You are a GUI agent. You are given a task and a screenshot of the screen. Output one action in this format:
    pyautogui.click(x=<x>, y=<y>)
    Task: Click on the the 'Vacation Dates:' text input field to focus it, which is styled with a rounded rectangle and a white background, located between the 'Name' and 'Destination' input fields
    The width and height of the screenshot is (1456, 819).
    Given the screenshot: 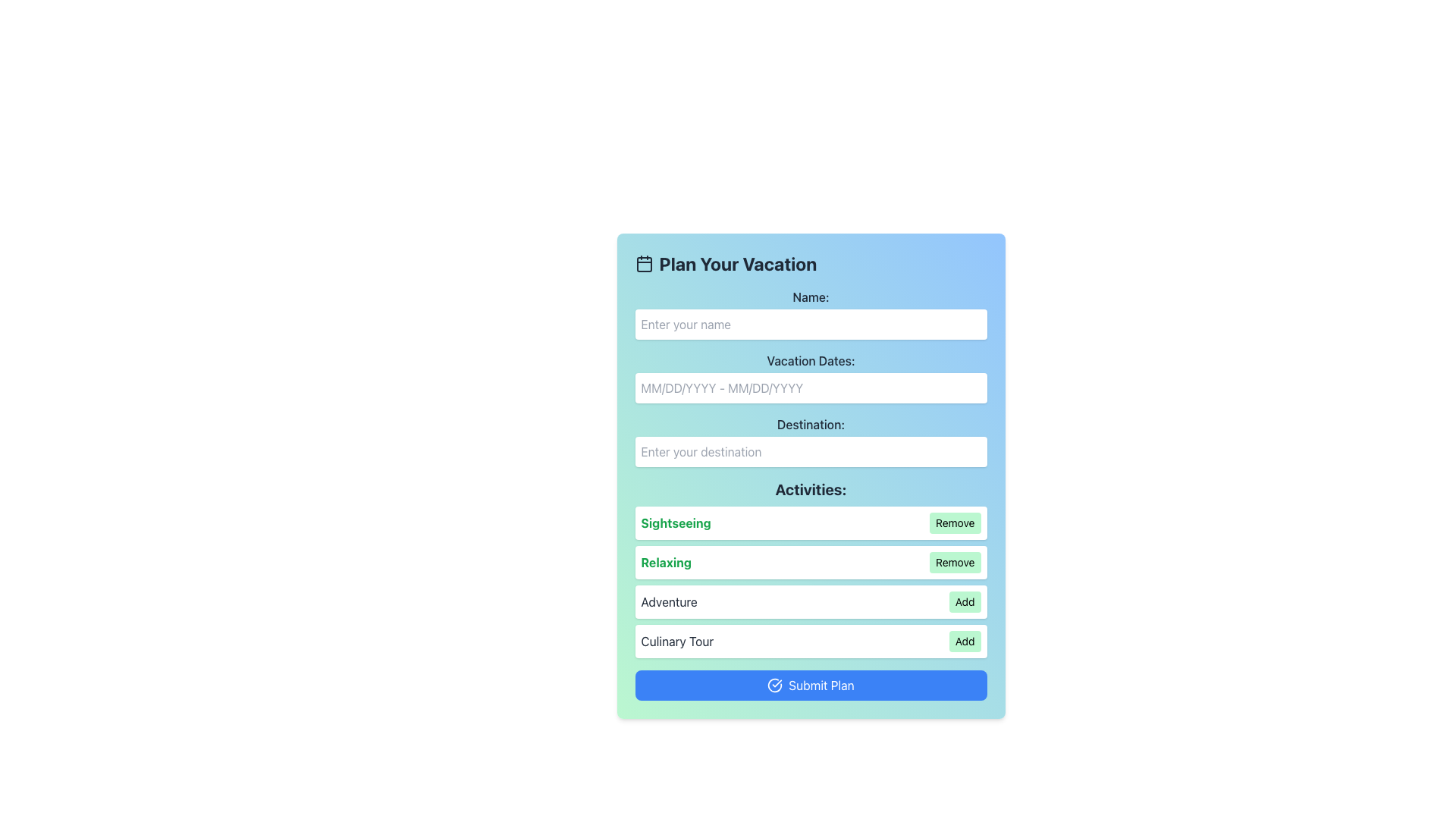 What is the action you would take?
    pyautogui.click(x=810, y=376)
    